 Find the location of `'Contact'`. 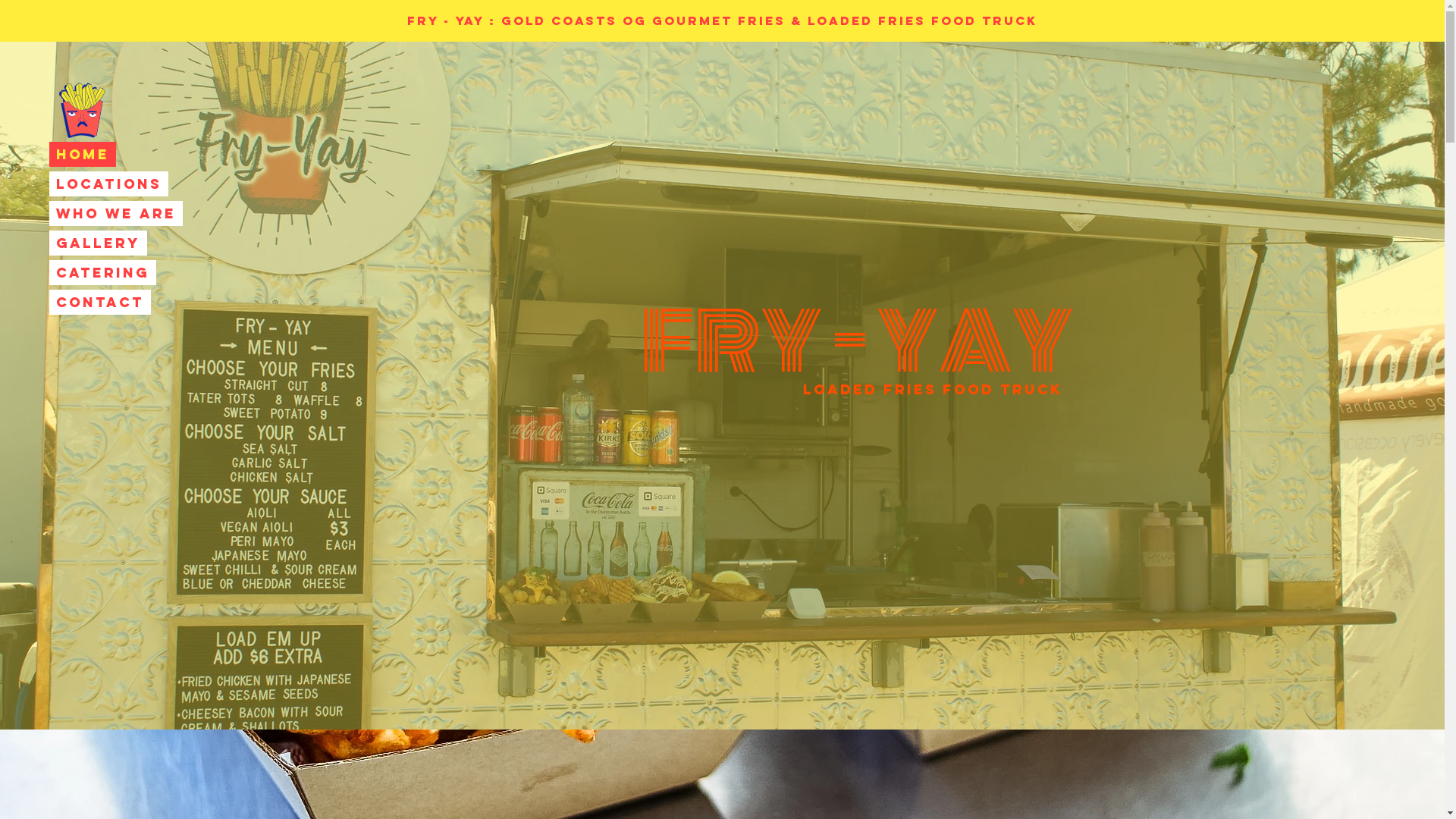

'Contact' is located at coordinates (99, 302).